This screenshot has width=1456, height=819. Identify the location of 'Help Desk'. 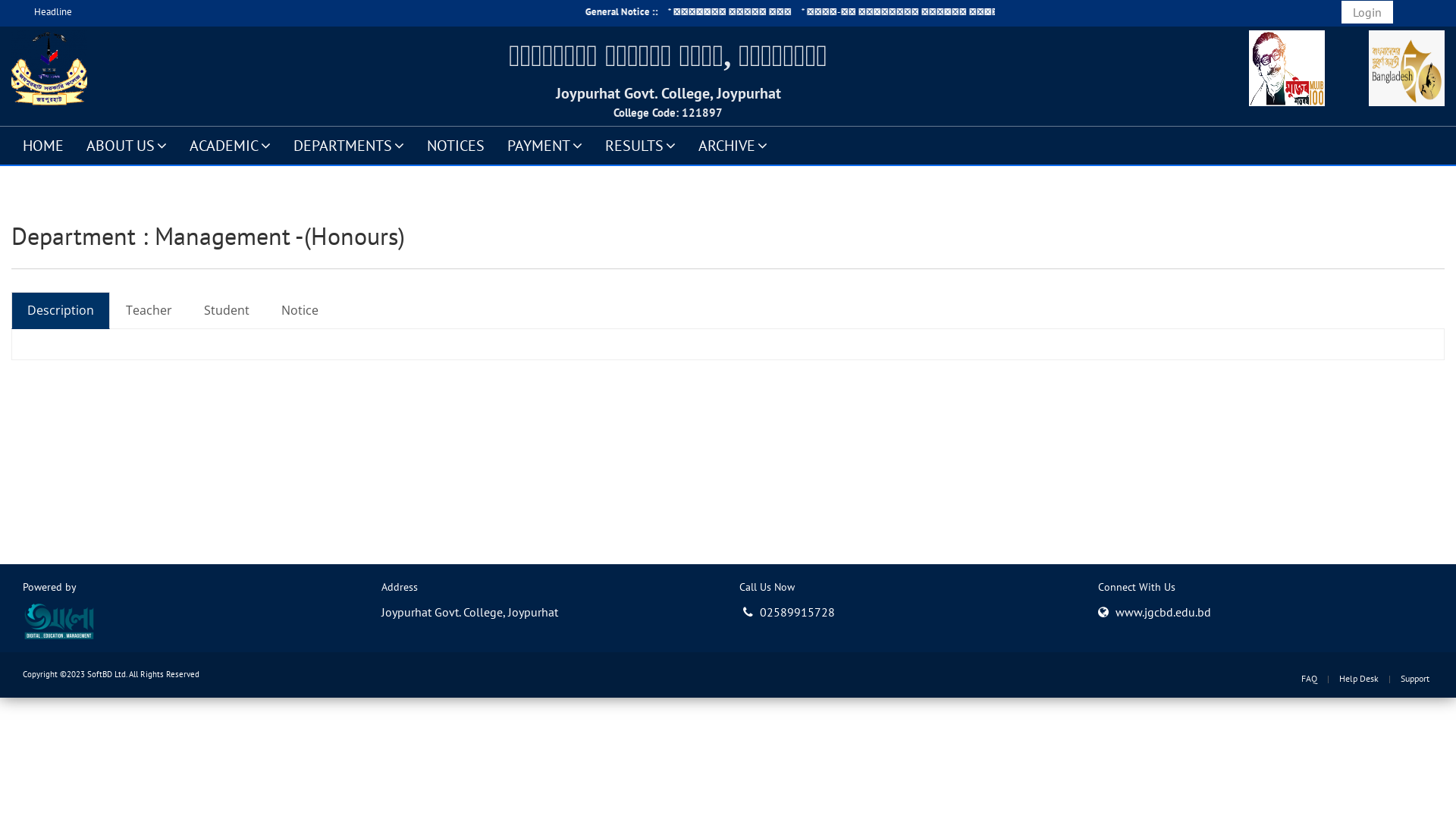
(1358, 676).